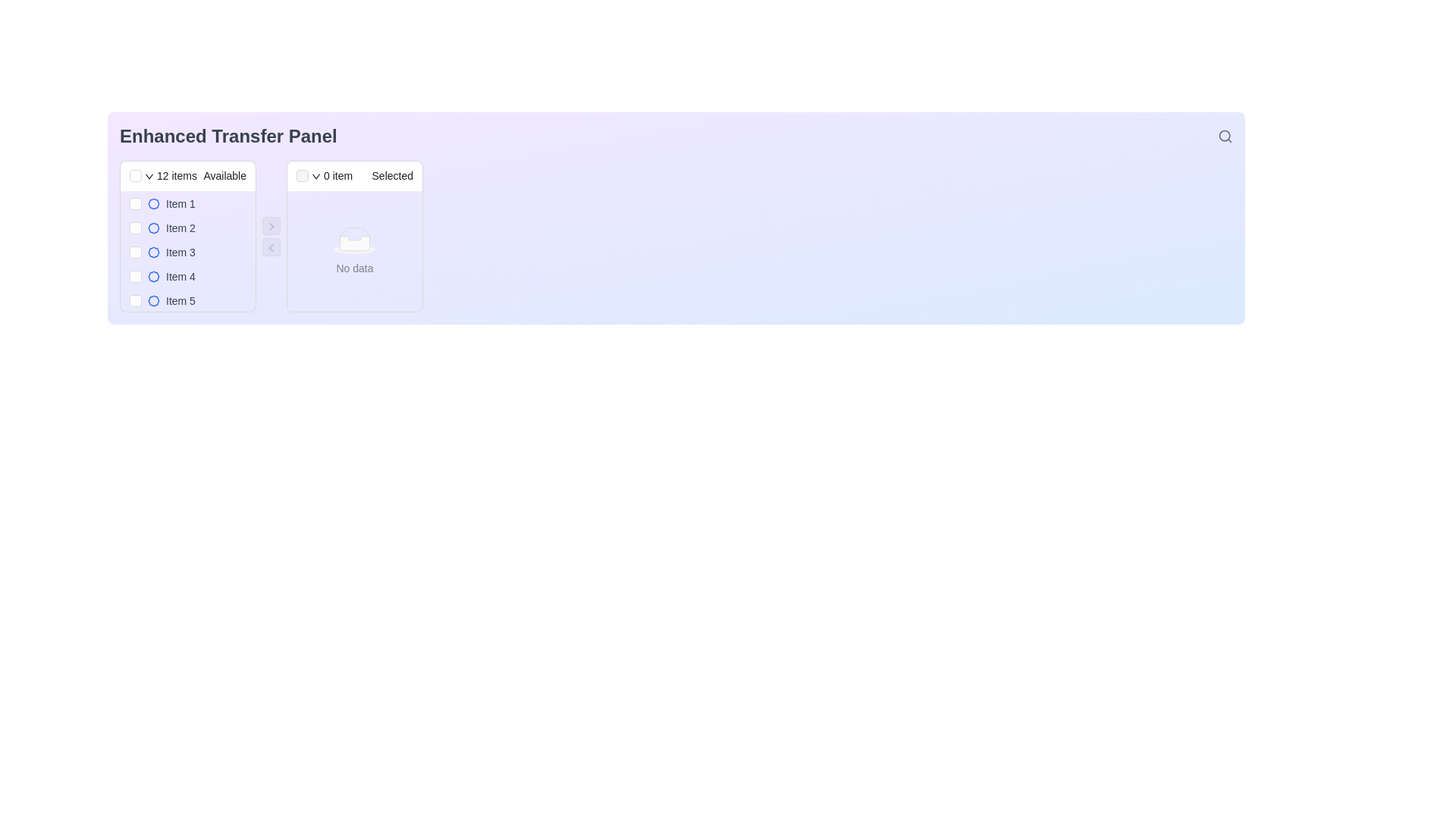 This screenshot has width=1456, height=819. I want to click on the standard checkbox located to the left of the text label 'Item 5' in the vertical list of selectable items, so click(135, 301).